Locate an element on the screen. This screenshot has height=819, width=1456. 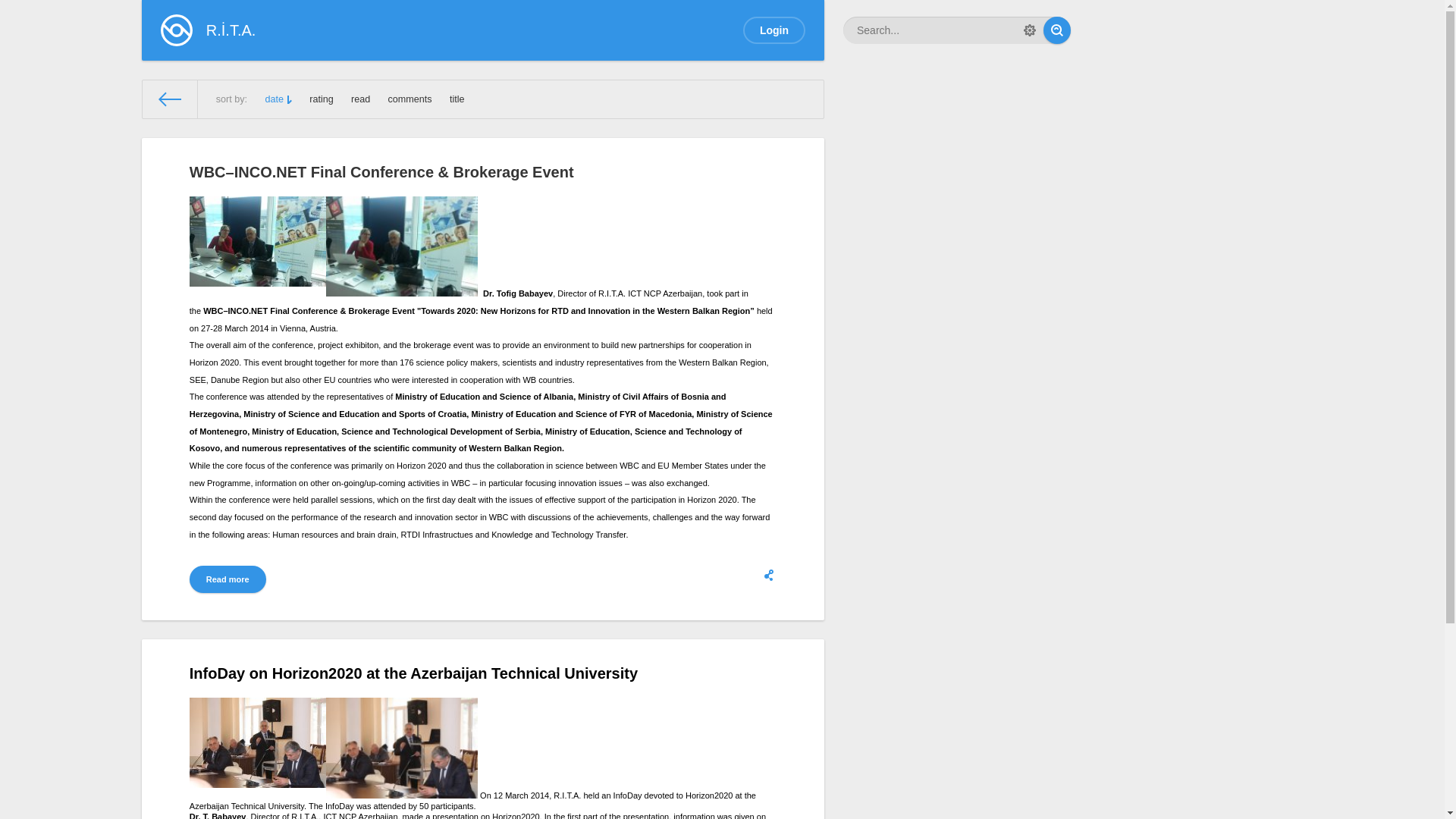
'date' is located at coordinates (278, 99).